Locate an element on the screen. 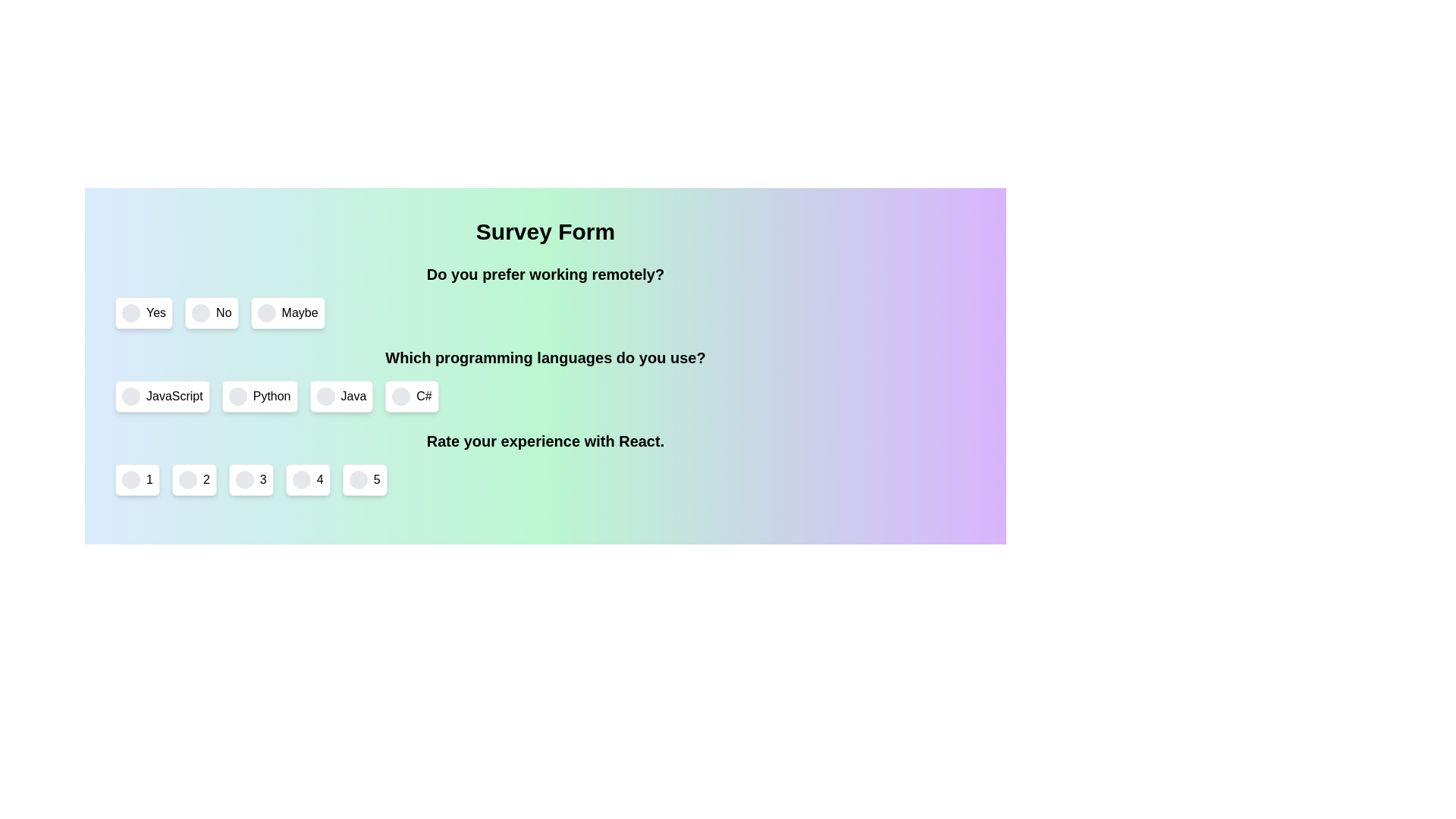 Image resolution: width=1456 pixels, height=819 pixels. the 'JavaScript' radio button, which is the first item in the horizontally aligned group of programming language options is located at coordinates (130, 396).